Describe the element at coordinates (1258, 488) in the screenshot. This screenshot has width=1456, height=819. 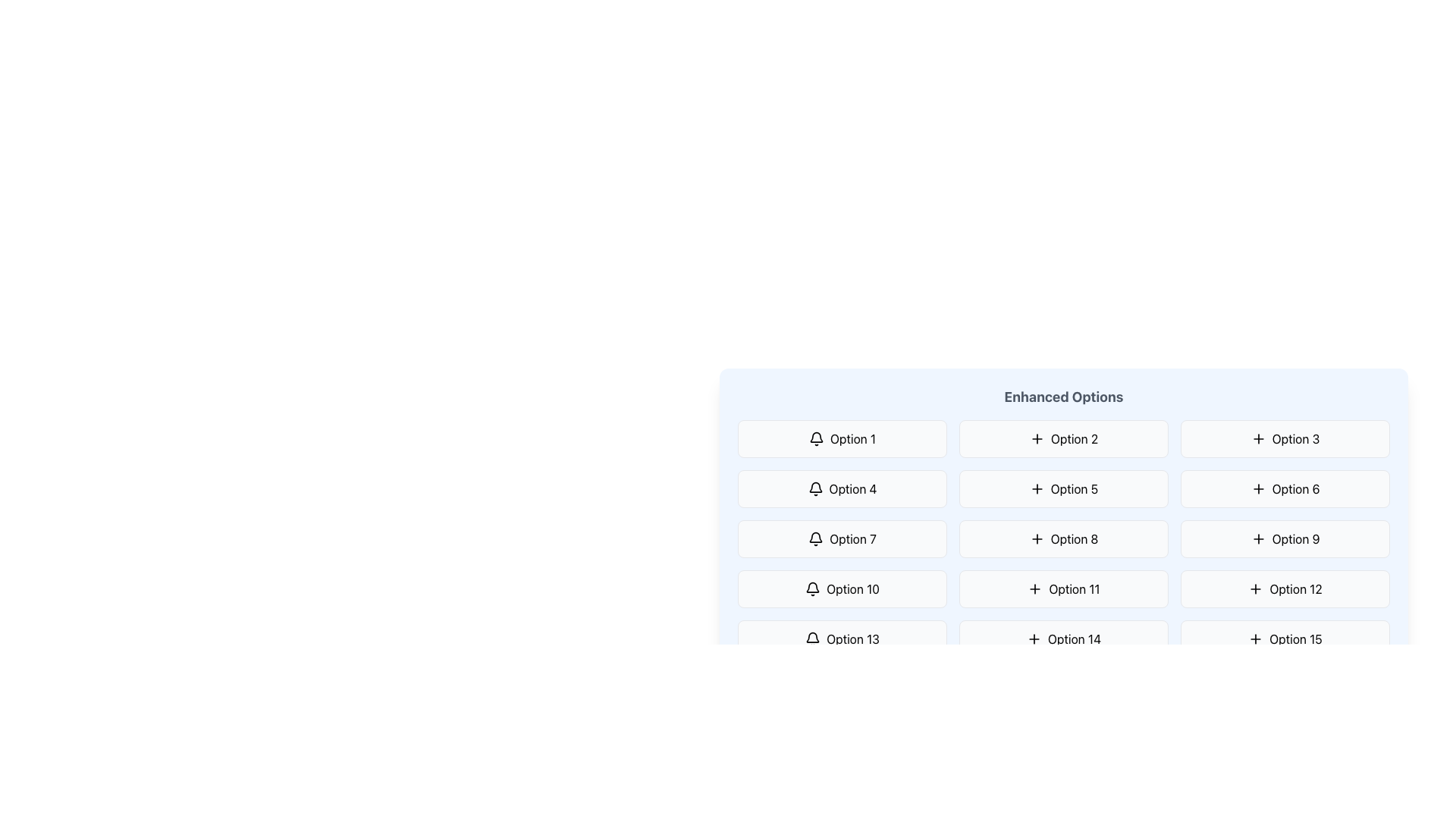
I see `the interactive control icon located to the left of the text 'Option 6'` at that location.